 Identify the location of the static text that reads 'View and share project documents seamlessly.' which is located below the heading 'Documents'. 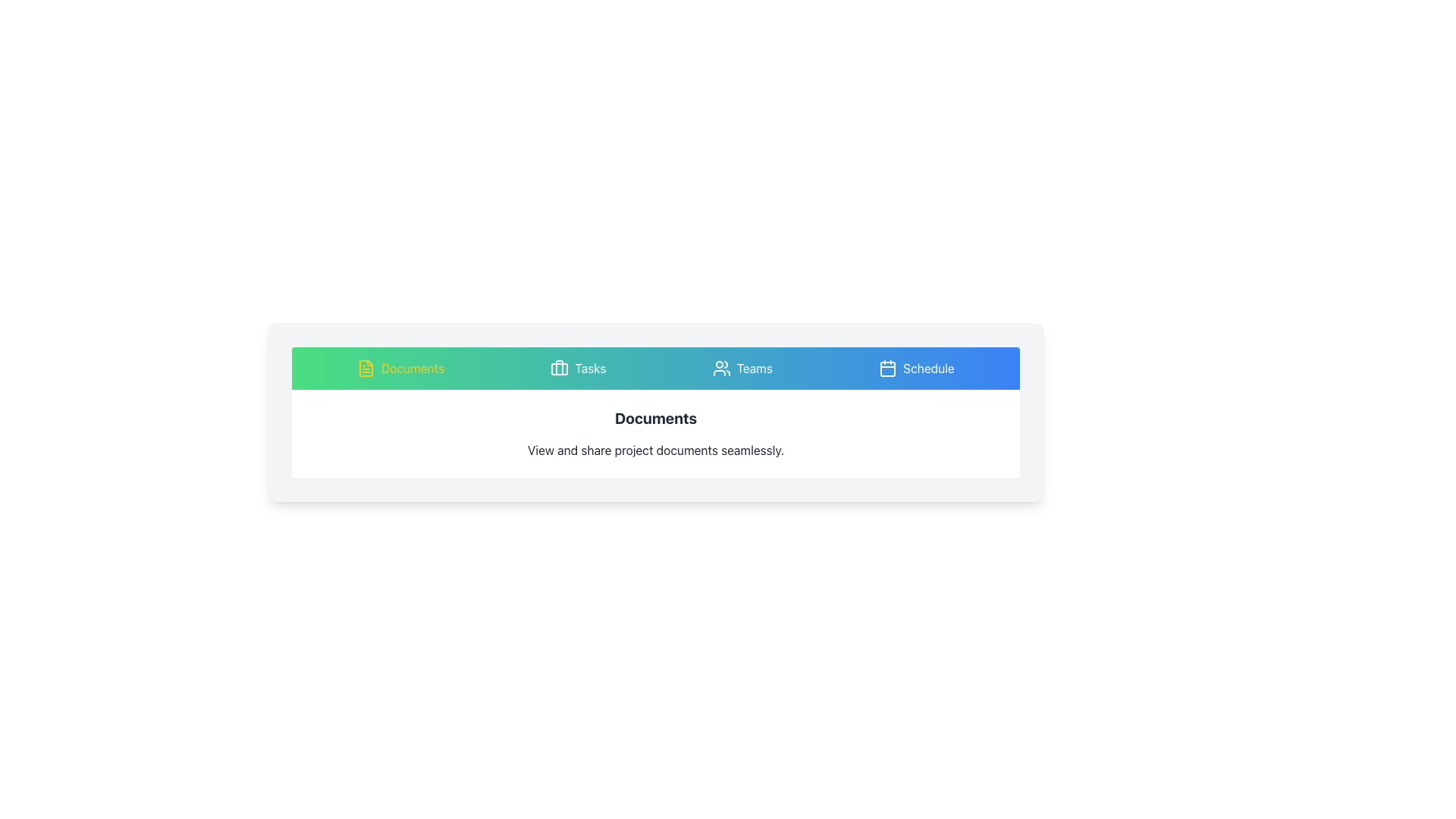
(655, 450).